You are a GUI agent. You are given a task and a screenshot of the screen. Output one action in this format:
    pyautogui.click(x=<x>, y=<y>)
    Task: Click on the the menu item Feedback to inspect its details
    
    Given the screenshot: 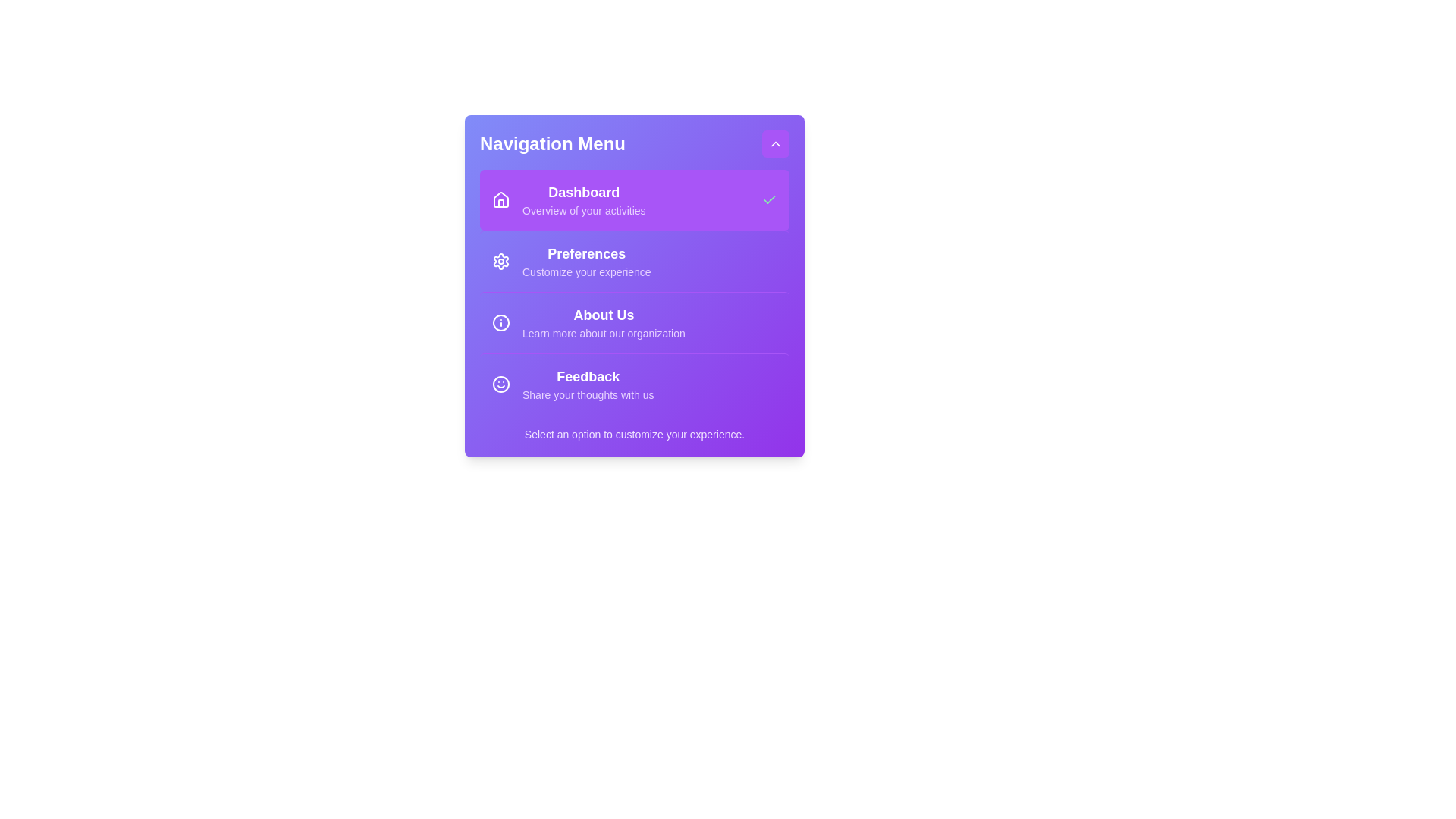 What is the action you would take?
    pyautogui.click(x=634, y=383)
    